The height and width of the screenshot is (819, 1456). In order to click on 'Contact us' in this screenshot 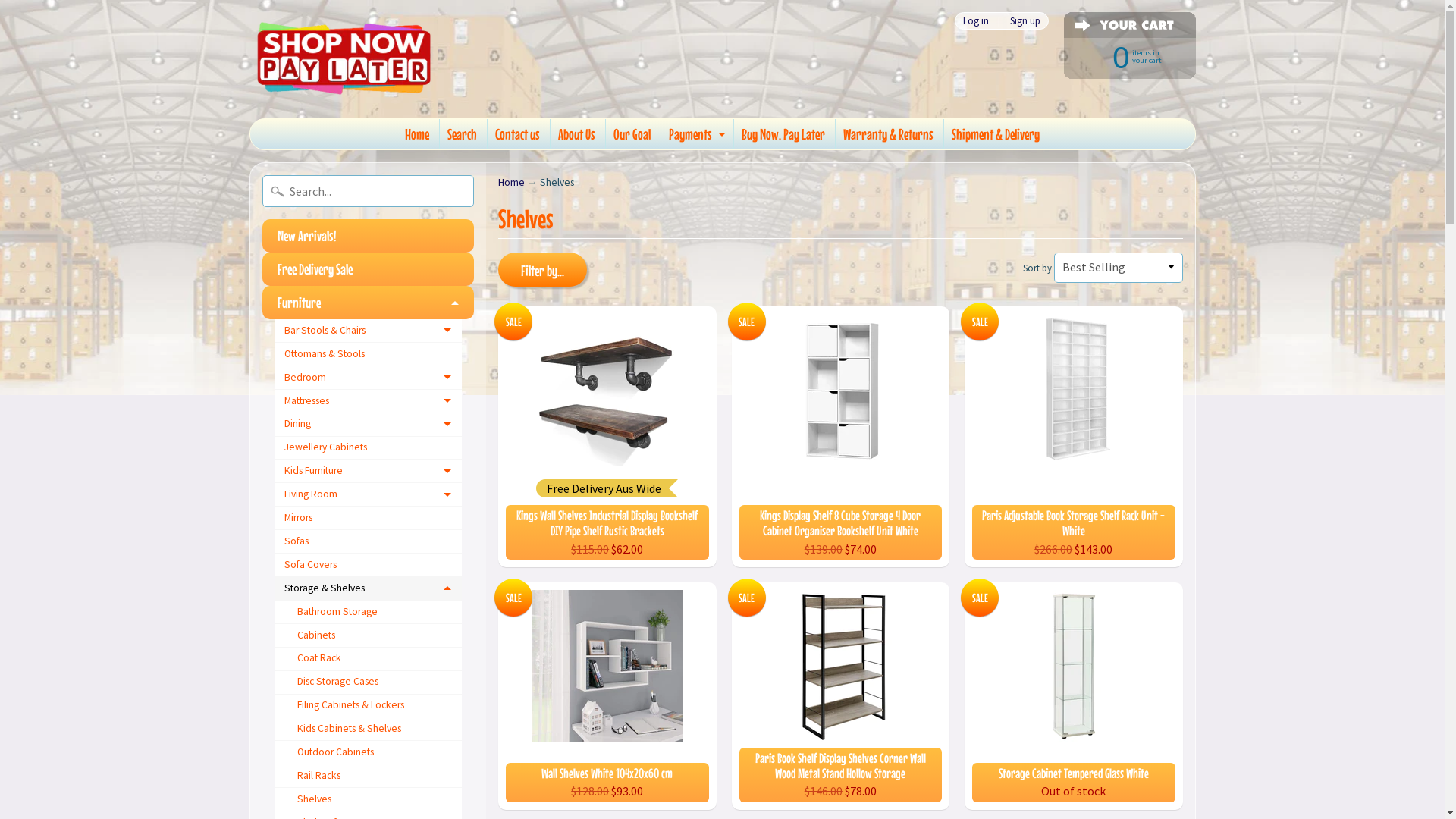, I will do `click(517, 133)`.